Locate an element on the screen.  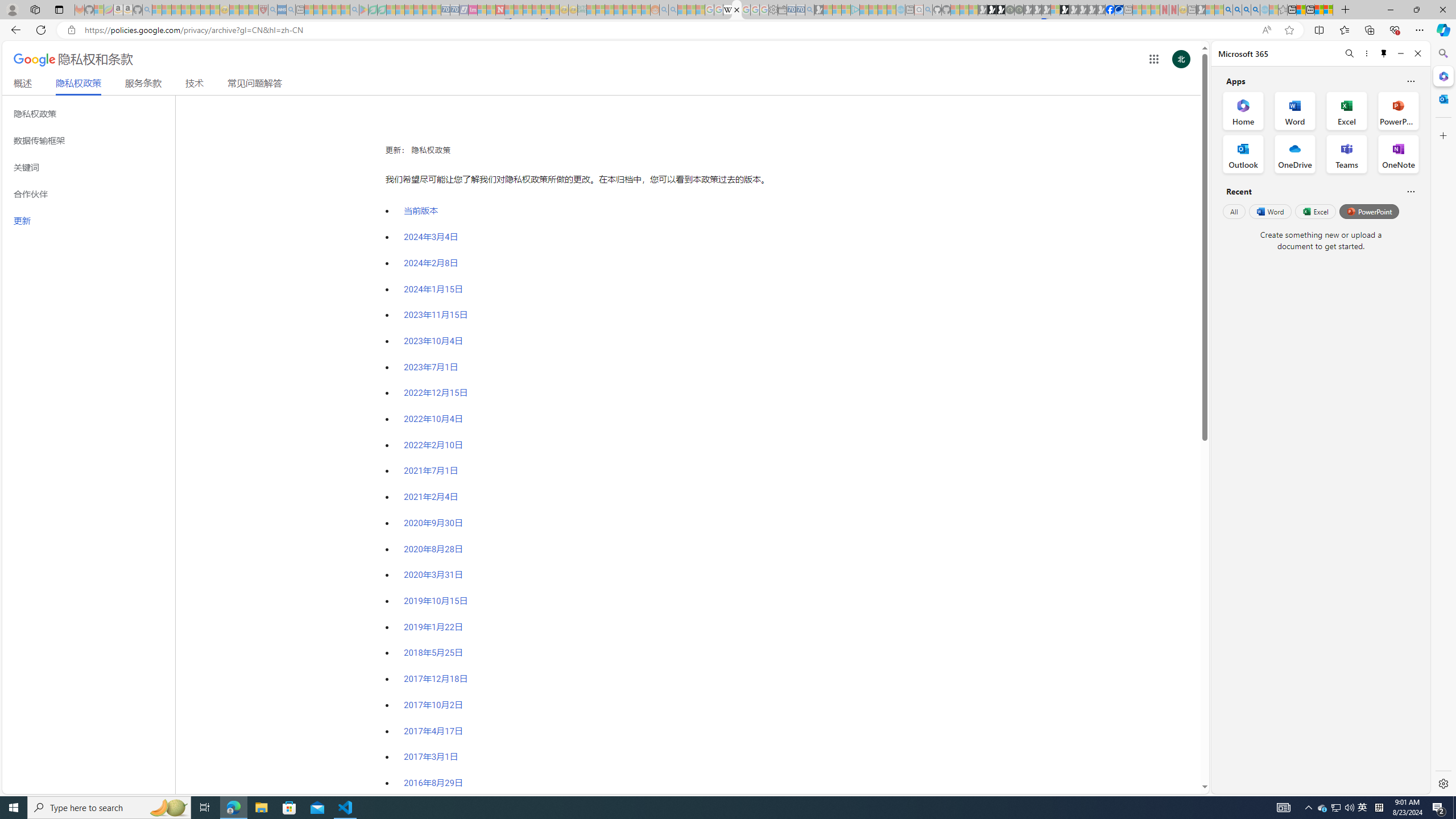
'Excel' is located at coordinates (1314, 211).